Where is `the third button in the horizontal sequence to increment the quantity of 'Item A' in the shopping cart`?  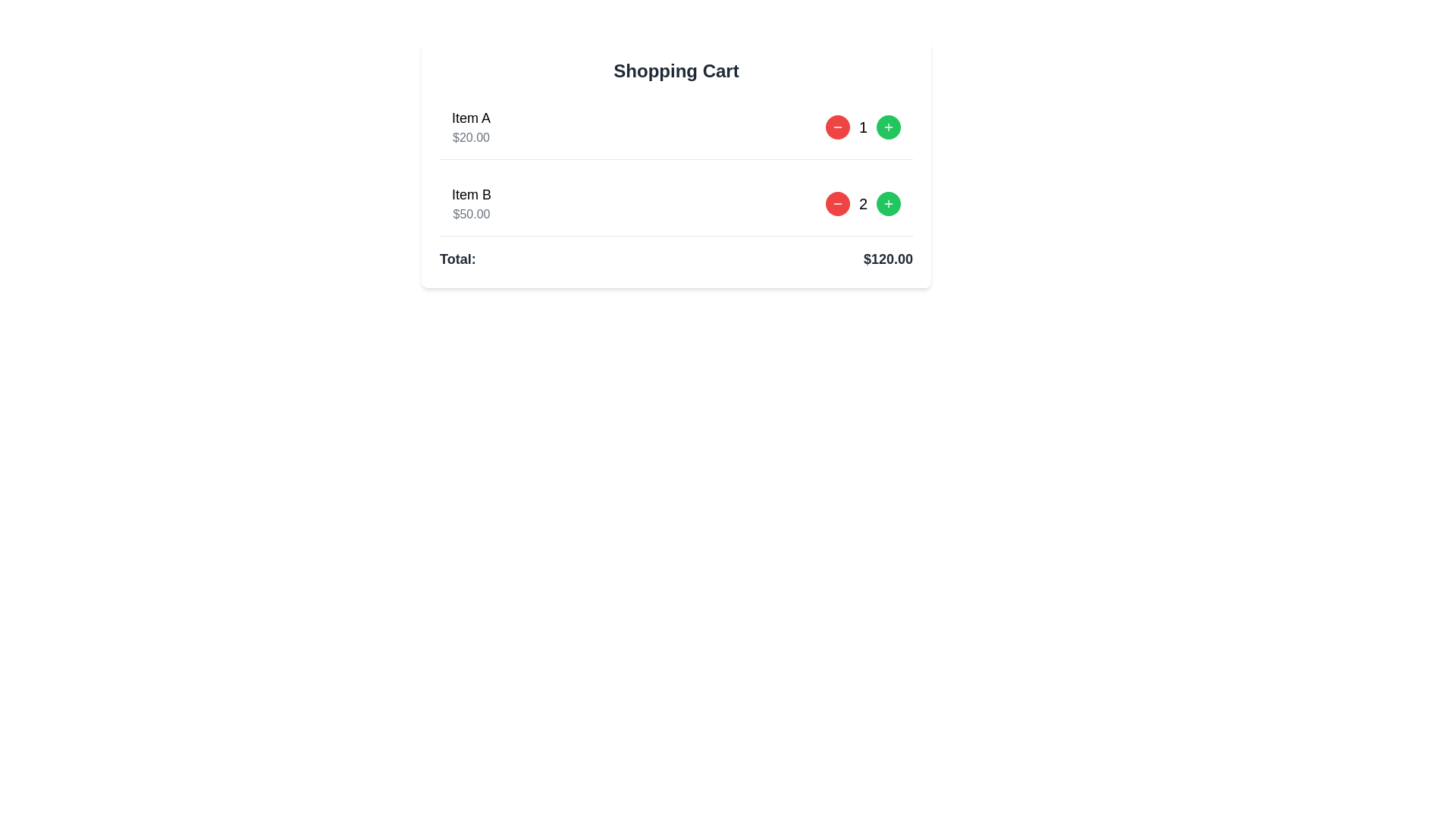 the third button in the horizontal sequence to increment the quantity of 'Item A' in the shopping cart is located at coordinates (888, 127).